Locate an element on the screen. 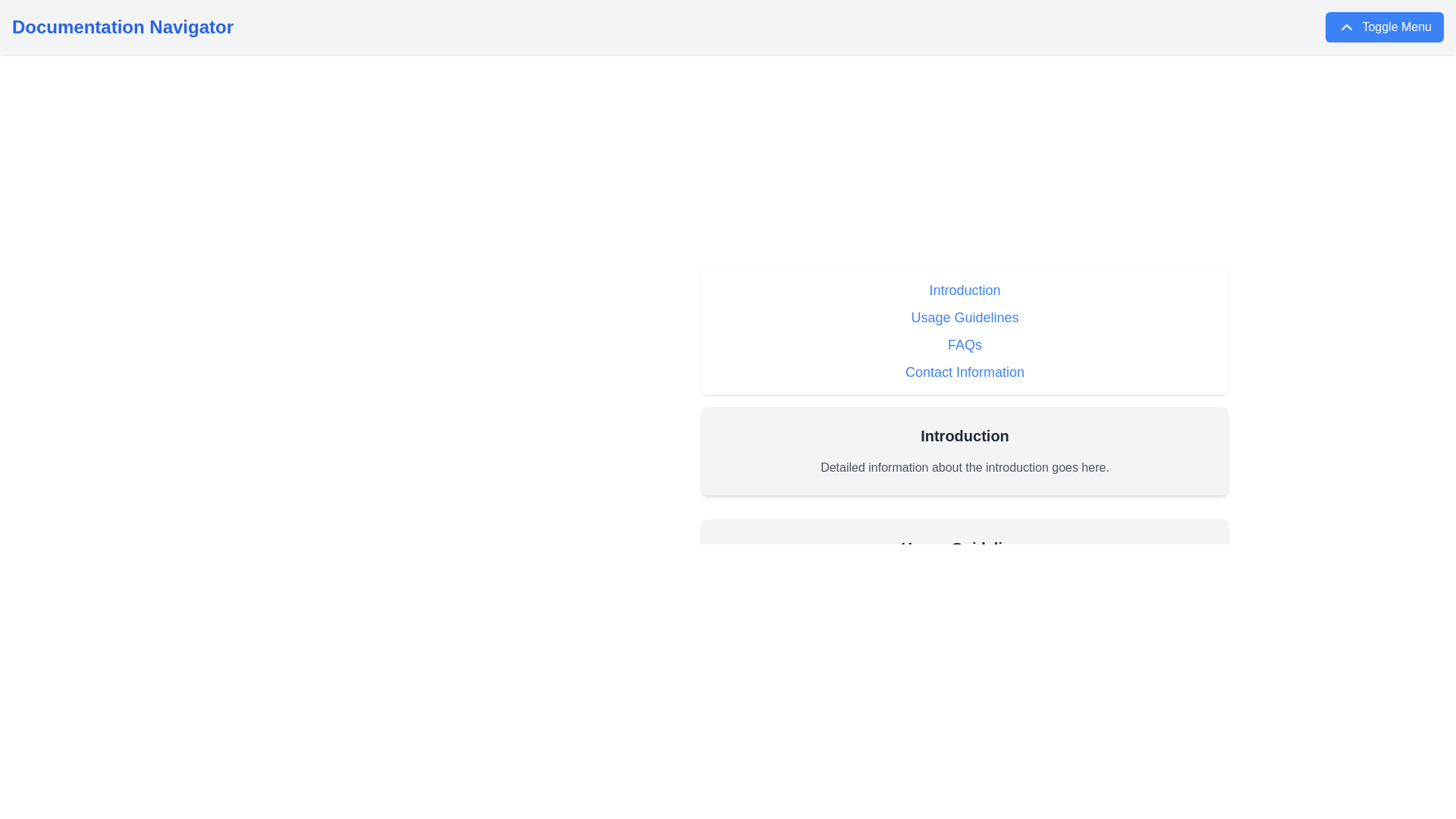  the third hyperlink labeled 'FAQs' located centrally within a card-like area is located at coordinates (964, 345).